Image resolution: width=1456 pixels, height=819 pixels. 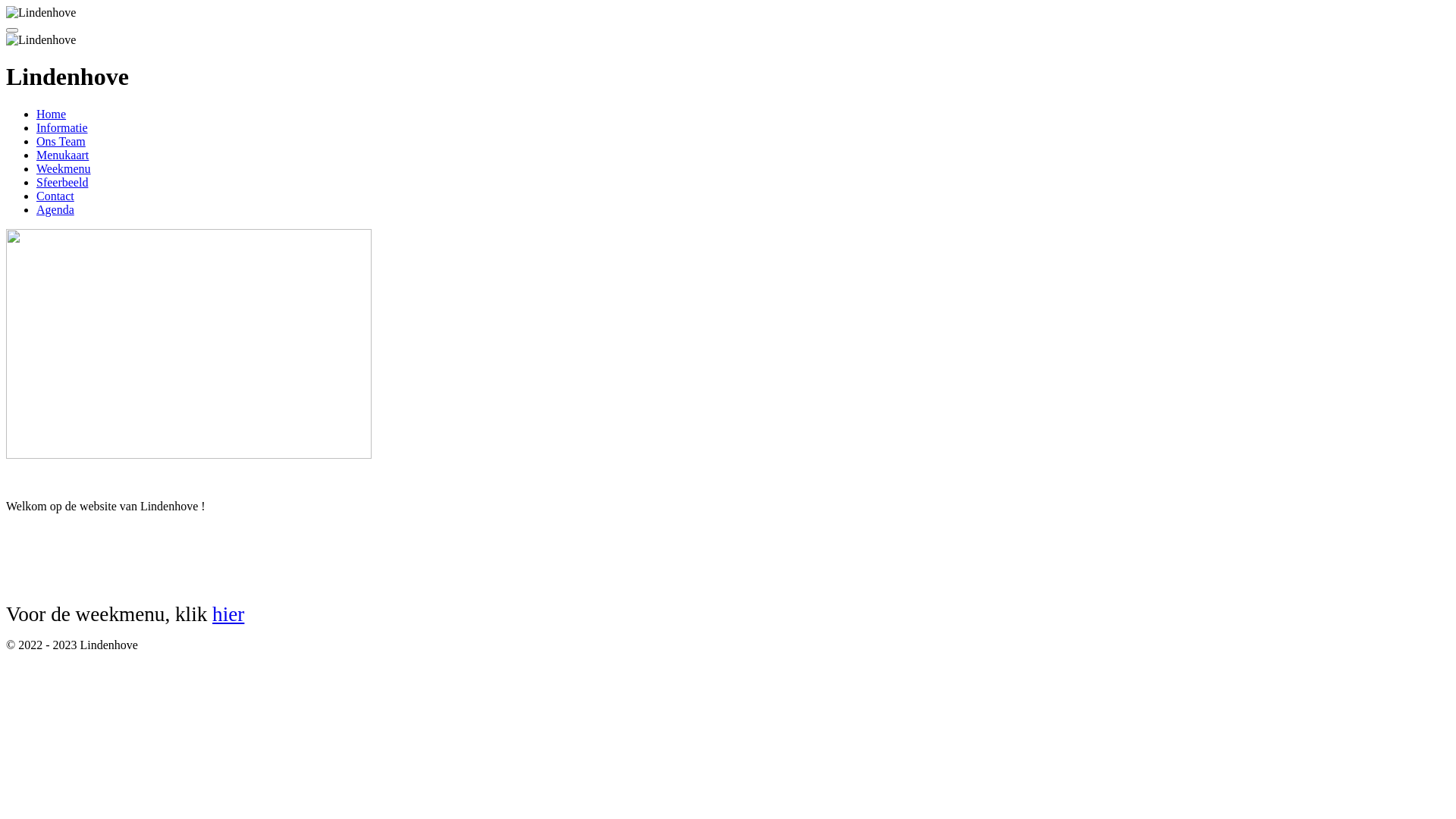 I want to click on 'Agenda', so click(x=55, y=209).